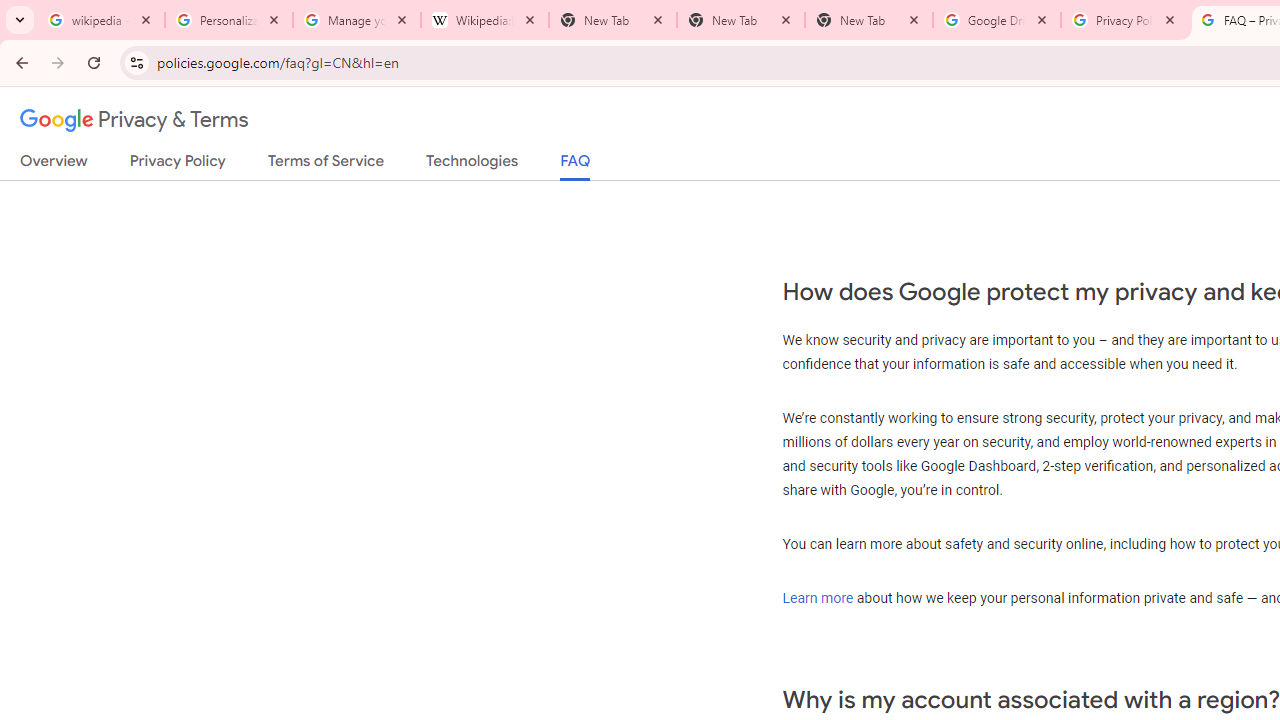 The image size is (1280, 720). I want to click on 'Google Drive: Sign-in', so click(997, 20).